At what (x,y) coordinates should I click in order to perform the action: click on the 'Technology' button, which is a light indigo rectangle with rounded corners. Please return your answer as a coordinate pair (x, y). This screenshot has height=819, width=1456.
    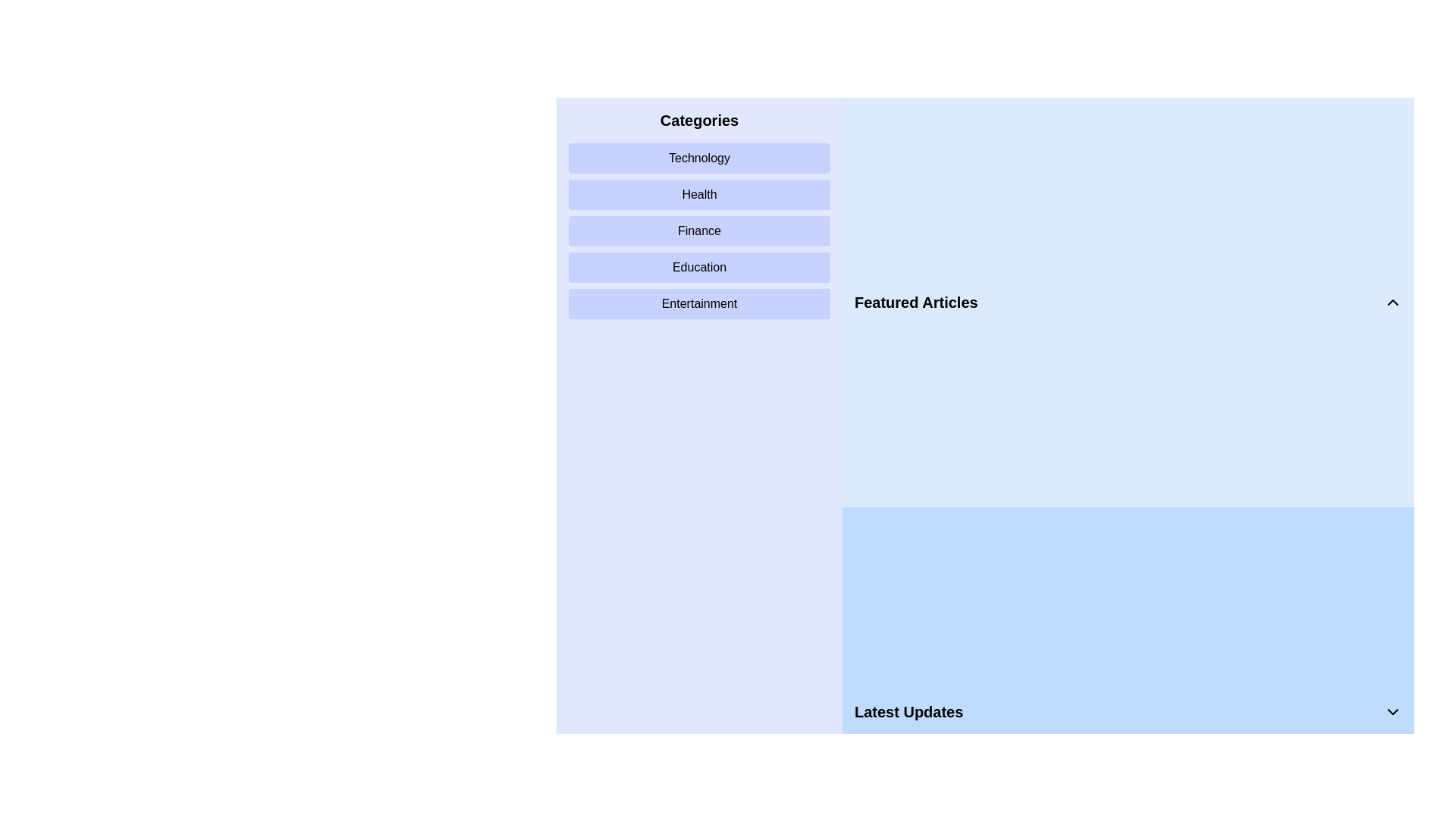
    Looking at the image, I should click on (698, 158).